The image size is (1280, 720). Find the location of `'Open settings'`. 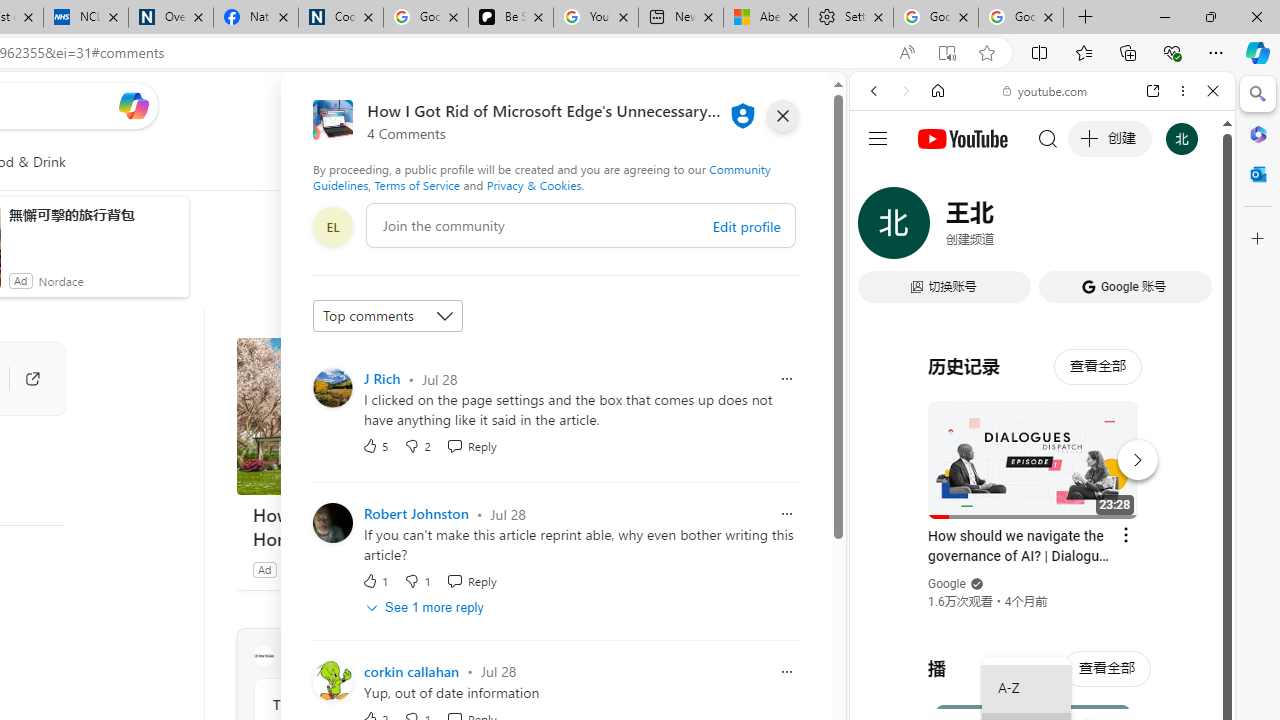

'Open settings' is located at coordinates (785, 105).